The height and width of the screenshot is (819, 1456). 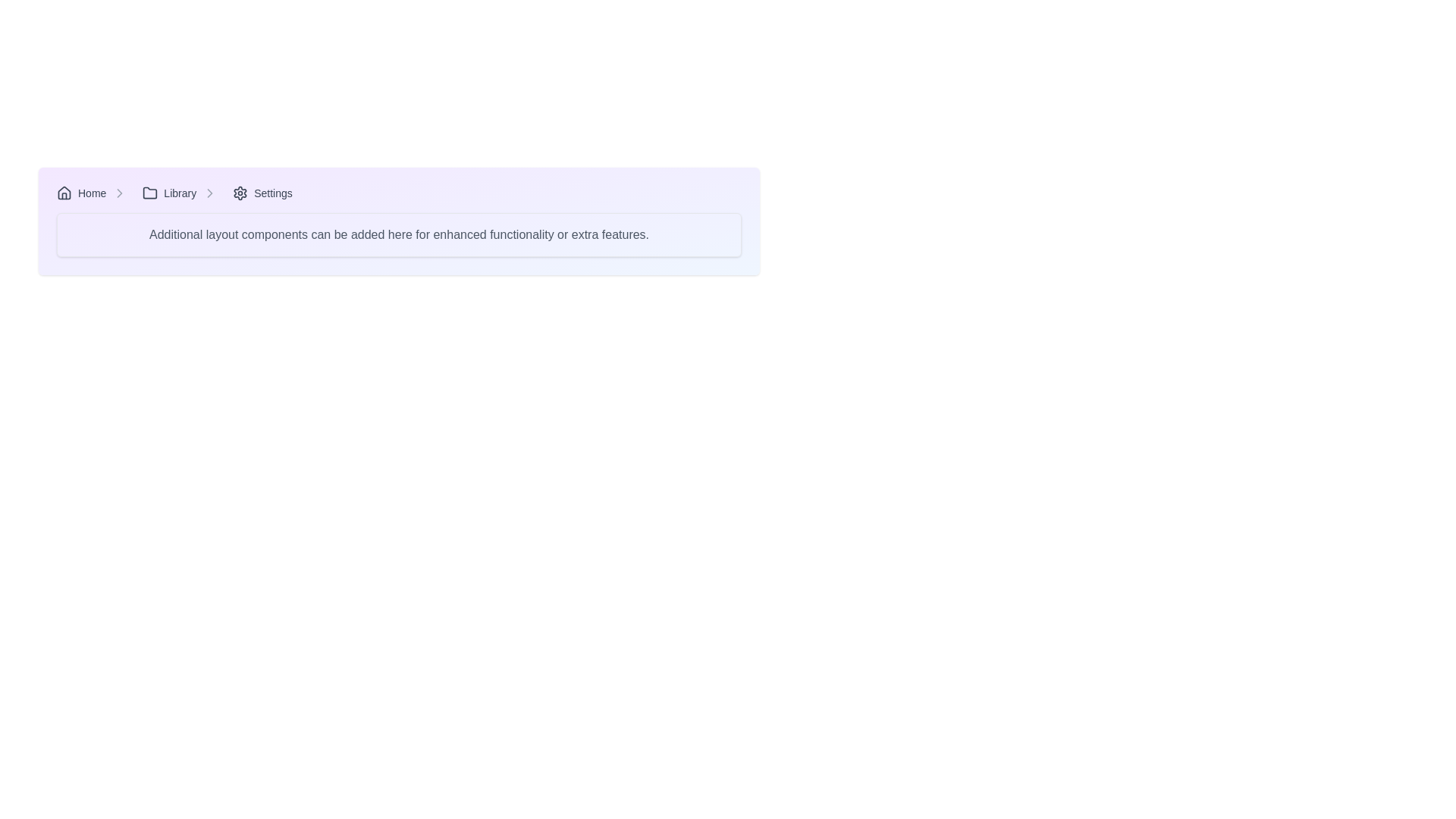 I want to click on the breadcrumb navigation item labeled 'Home', so click(x=94, y=192).